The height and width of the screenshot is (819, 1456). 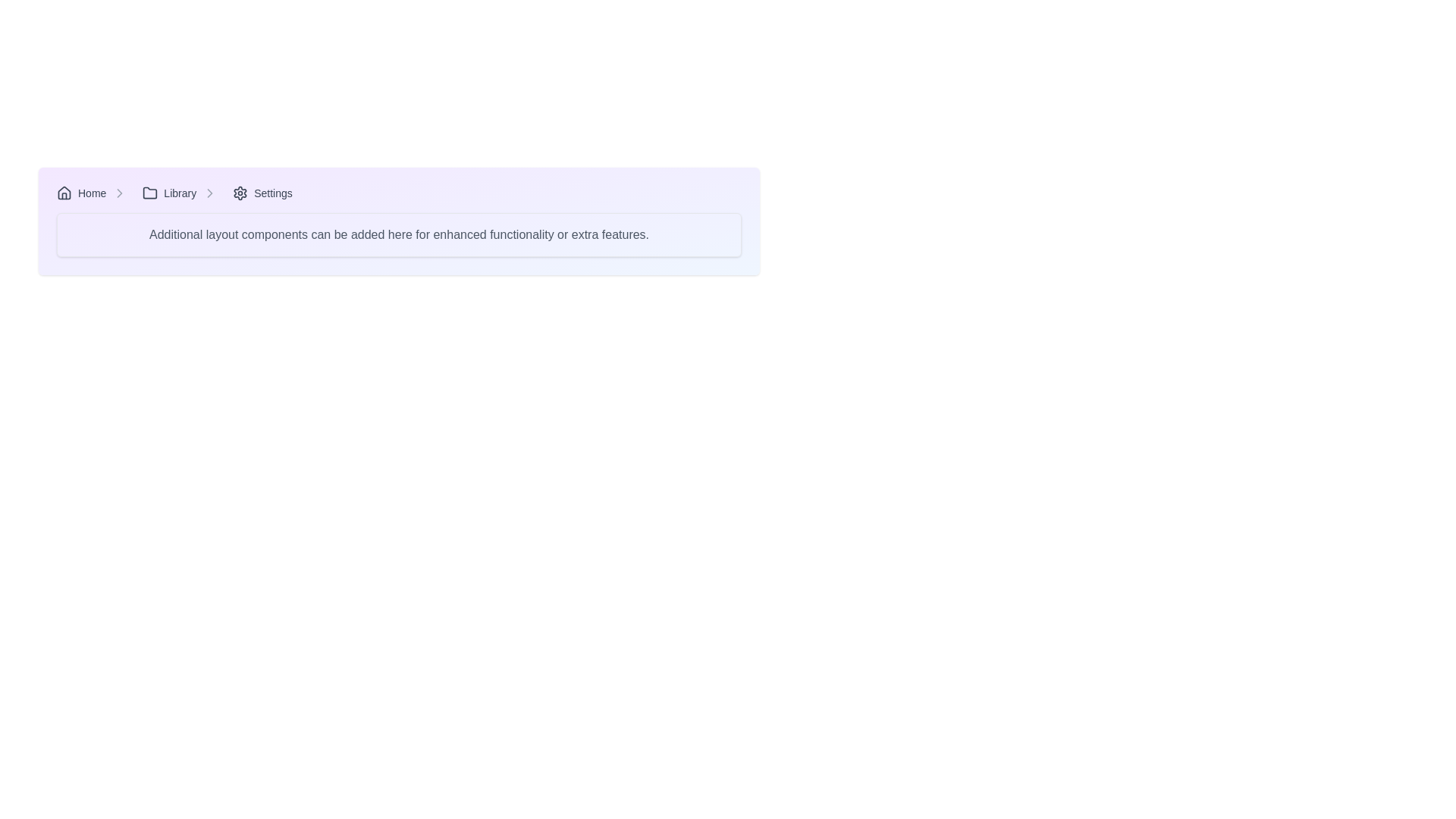 I want to click on the breadcrumb navigation item labeled 'Home', so click(x=94, y=192).